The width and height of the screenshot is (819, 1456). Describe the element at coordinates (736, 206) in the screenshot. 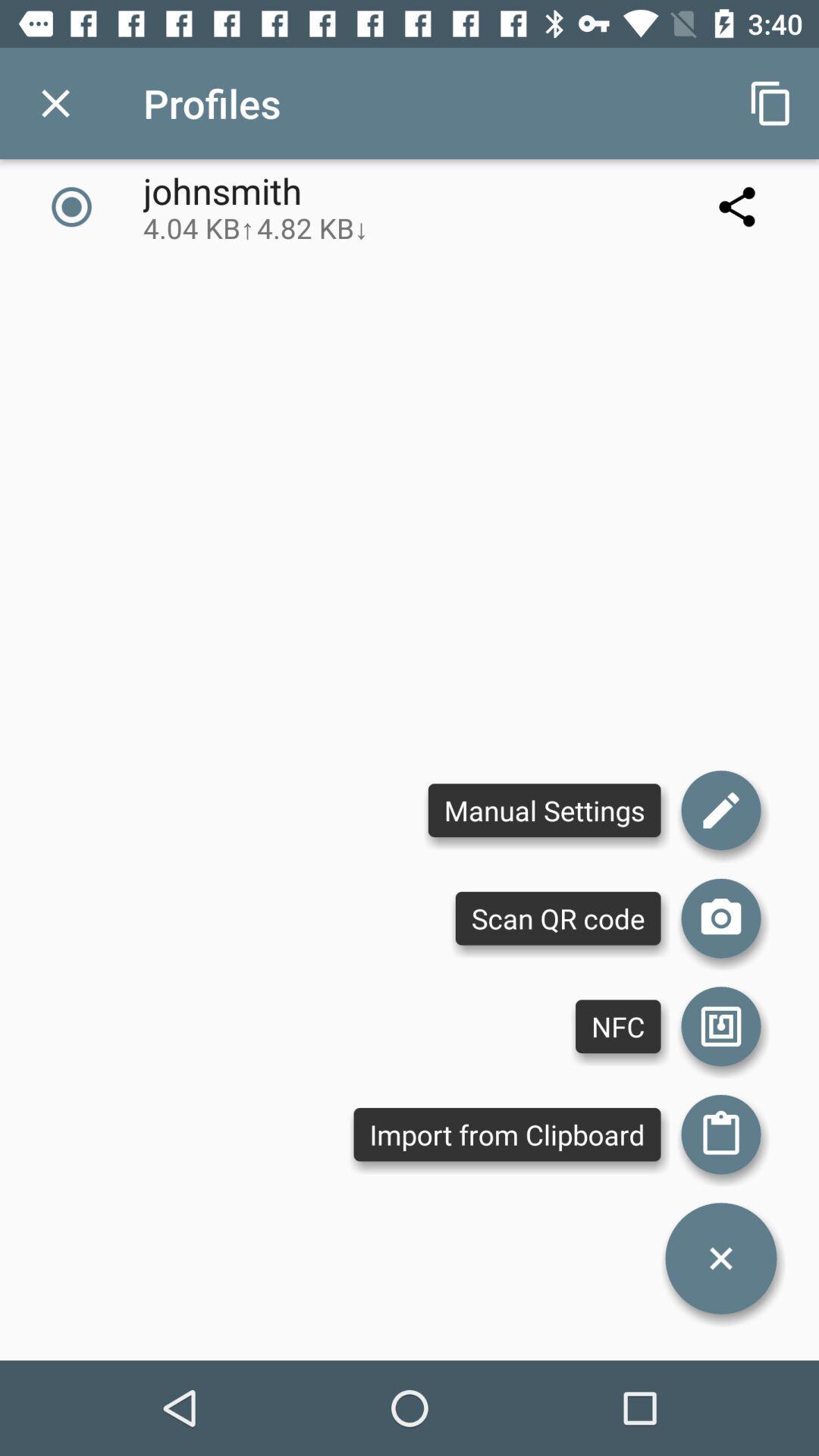

I see `the icon to the right of johnsmith 4 04 icon` at that location.